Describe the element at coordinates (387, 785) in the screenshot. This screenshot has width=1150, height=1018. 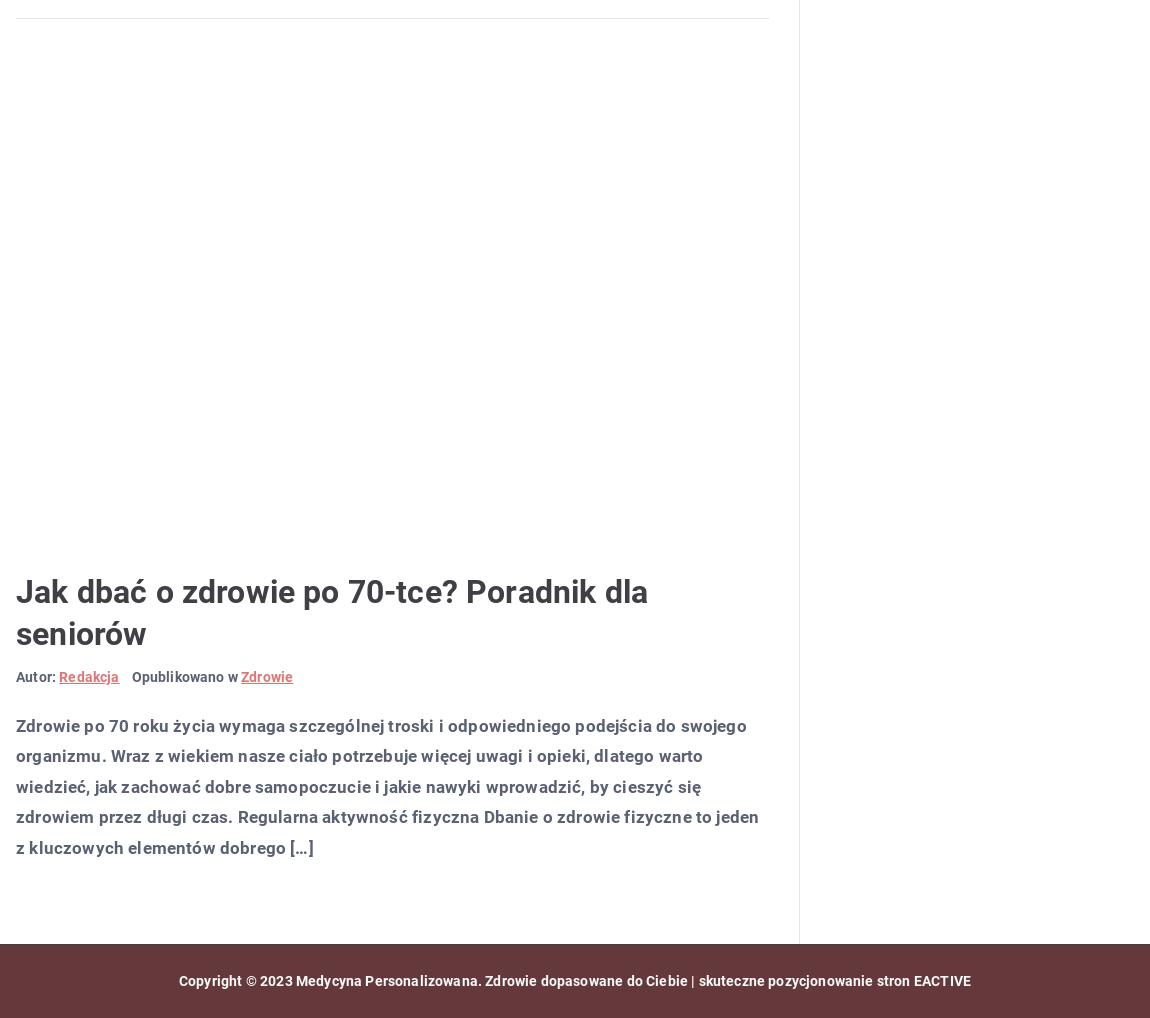
I see `'Zdrowie po 70 roku życia wymaga szczególnej troski i odpowiedniego podejścia do swojego organizmu. Wraz z wiekiem nasze ciało potrzebuje więcej uwagi i opieki, dlatego warto wiedzieć, jak zachować dobre samopoczucie i jakie nawyki wprowadzić, by cieszyć się zdrowiem przez długi czas. Regularna aktywność fizyczna Dbanie o zdrowie fizyczne to jeden z kluczowych elementów dobrego […]'` at that location.